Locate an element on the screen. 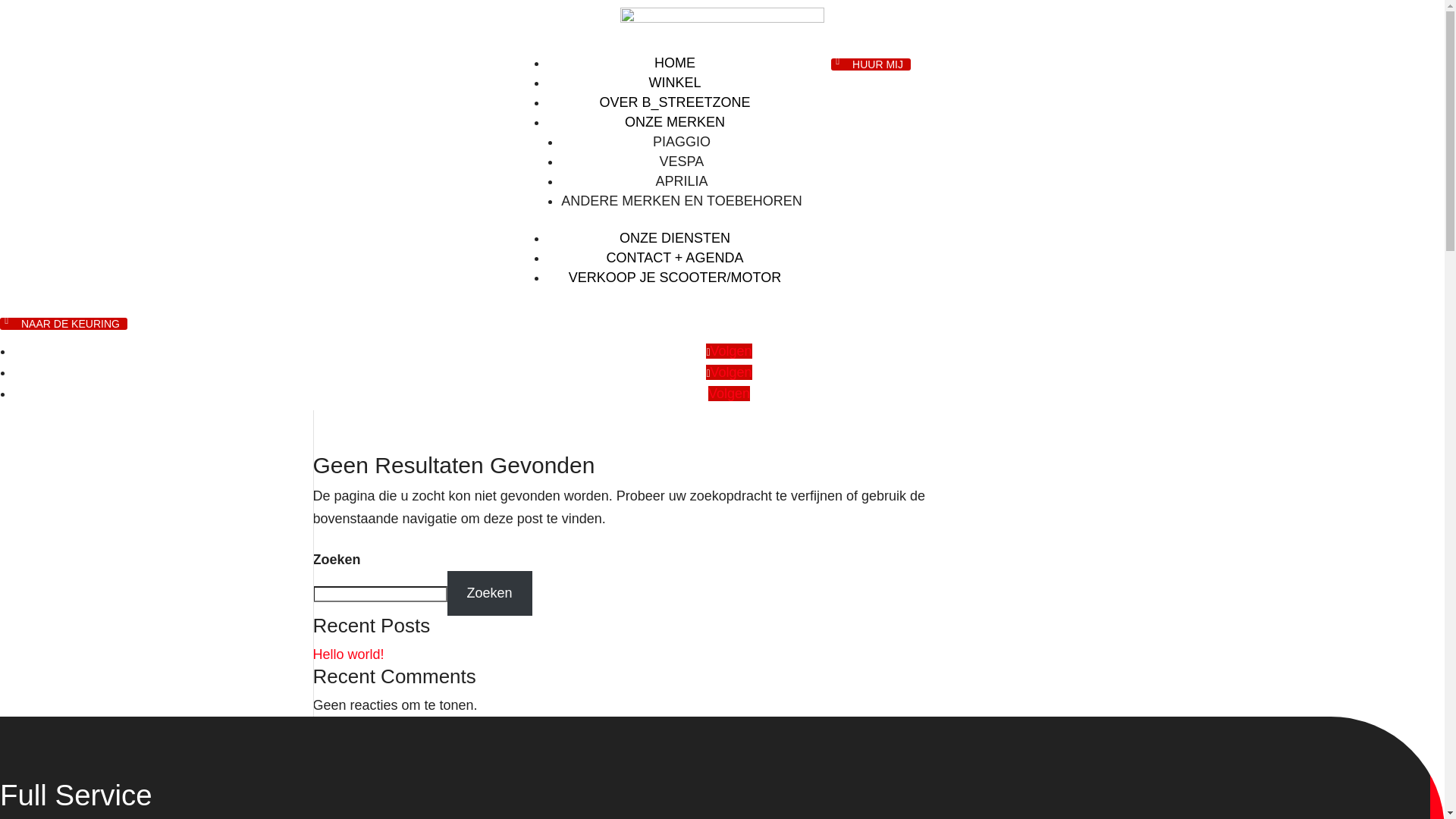  'ONZE DIENSTEN' is located at coordinates (673, 237).